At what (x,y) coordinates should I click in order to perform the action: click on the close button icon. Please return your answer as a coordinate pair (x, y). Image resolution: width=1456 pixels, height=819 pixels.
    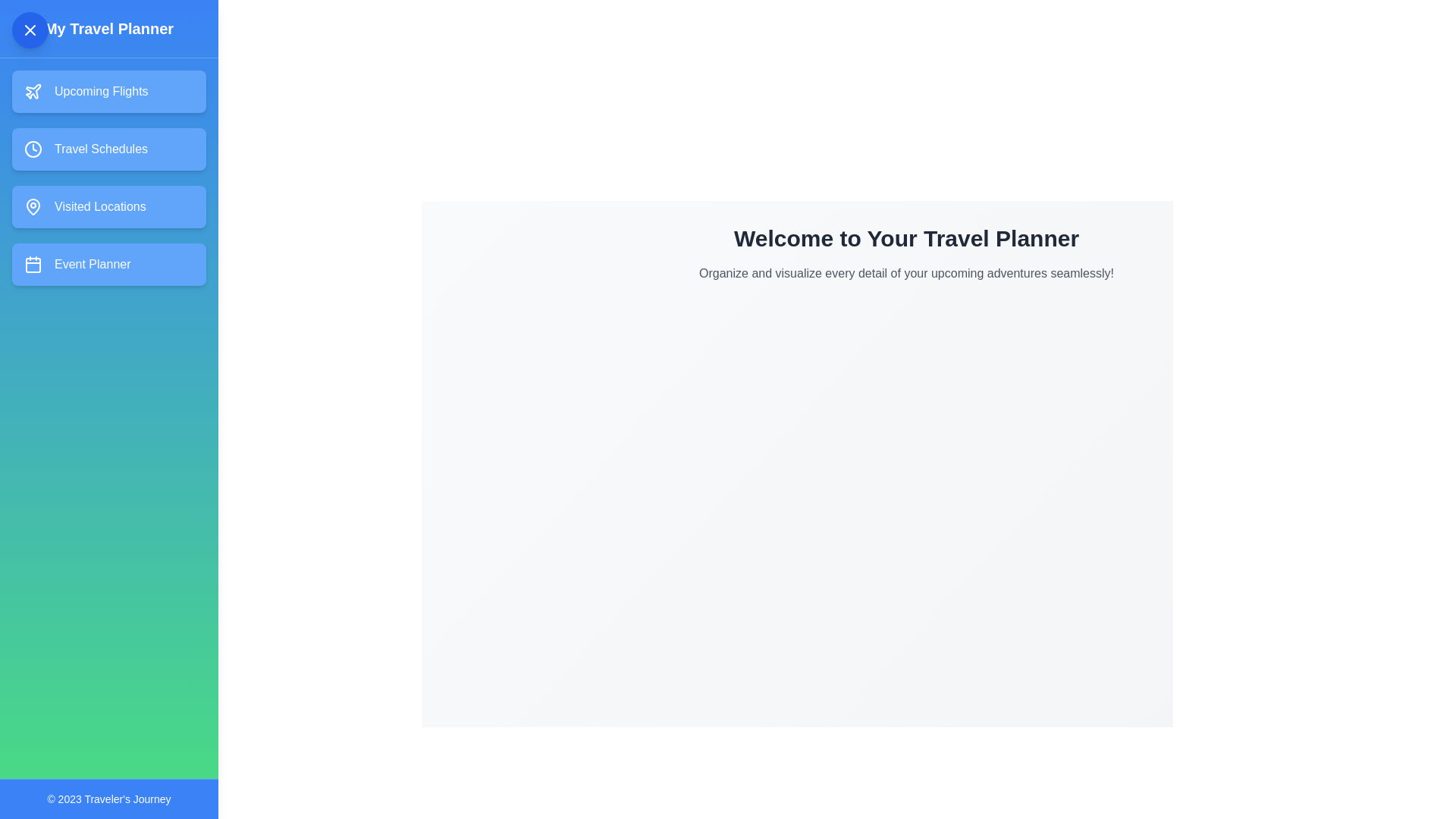
    Looking at the image, I should click on (30, 30).